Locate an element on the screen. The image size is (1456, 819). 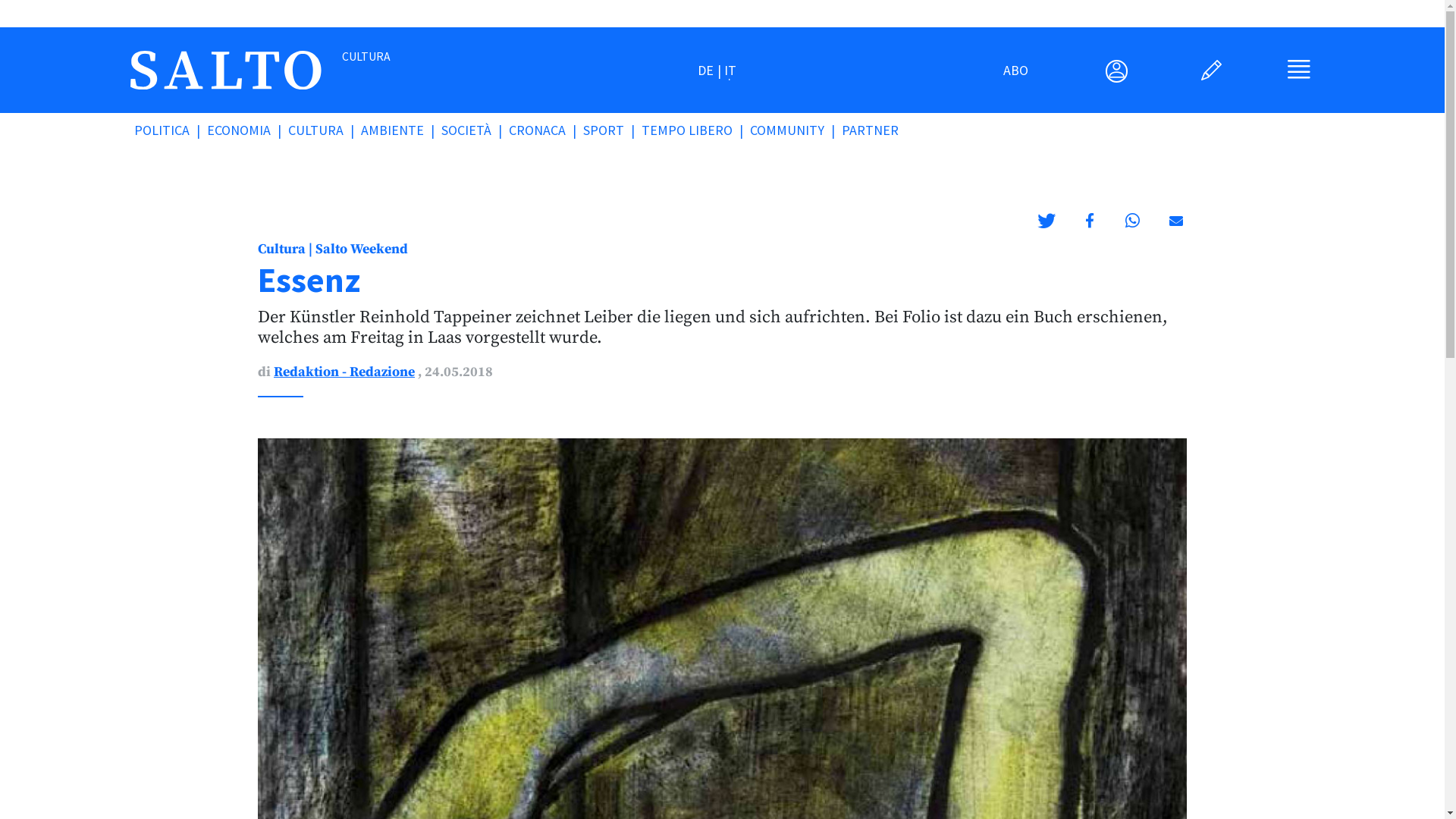
'Main Menu' is located at coordinates (1298, 75).